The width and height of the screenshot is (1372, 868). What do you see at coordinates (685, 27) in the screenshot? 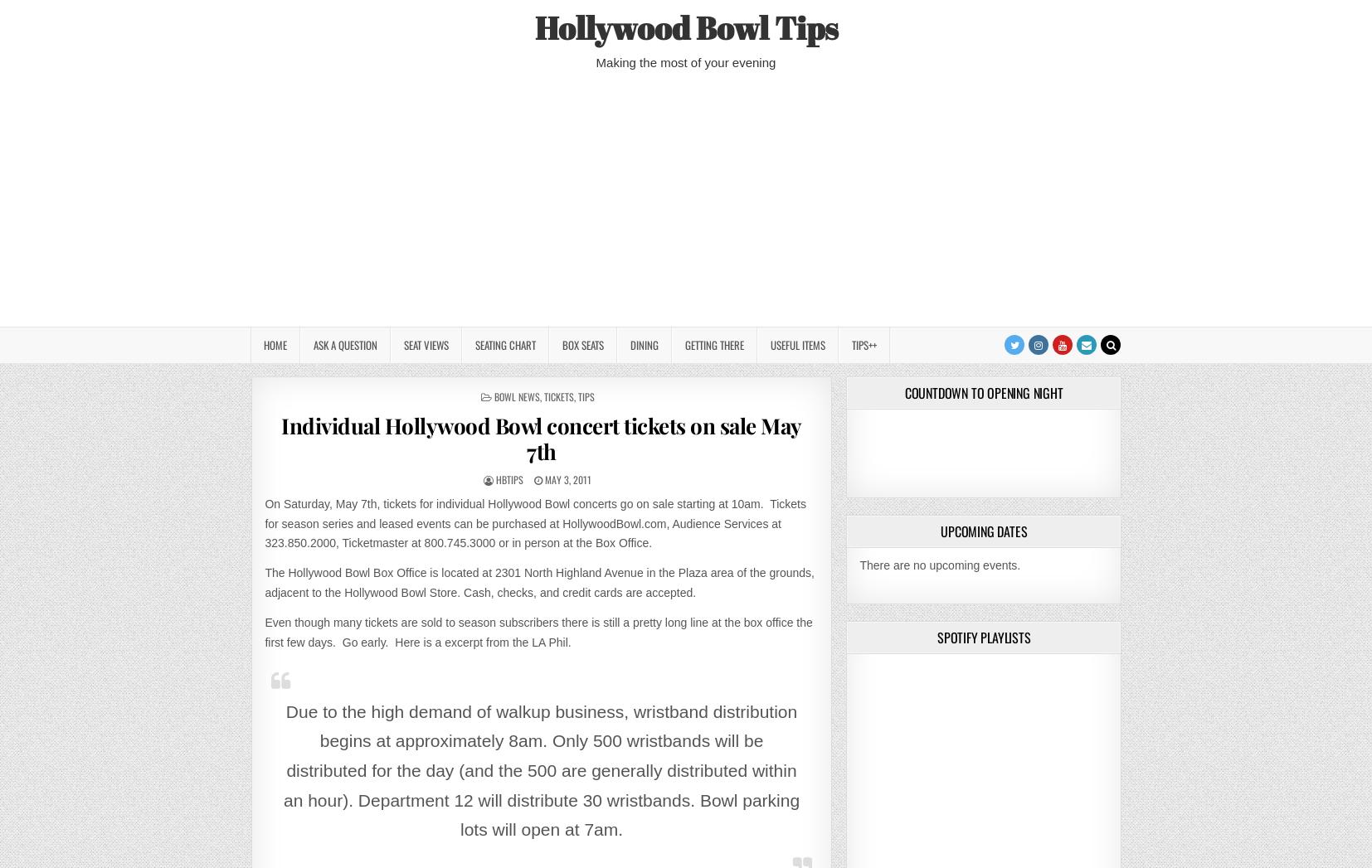
I see `'Hollywood Bowl Tips'` at bounding box center [685, 27].